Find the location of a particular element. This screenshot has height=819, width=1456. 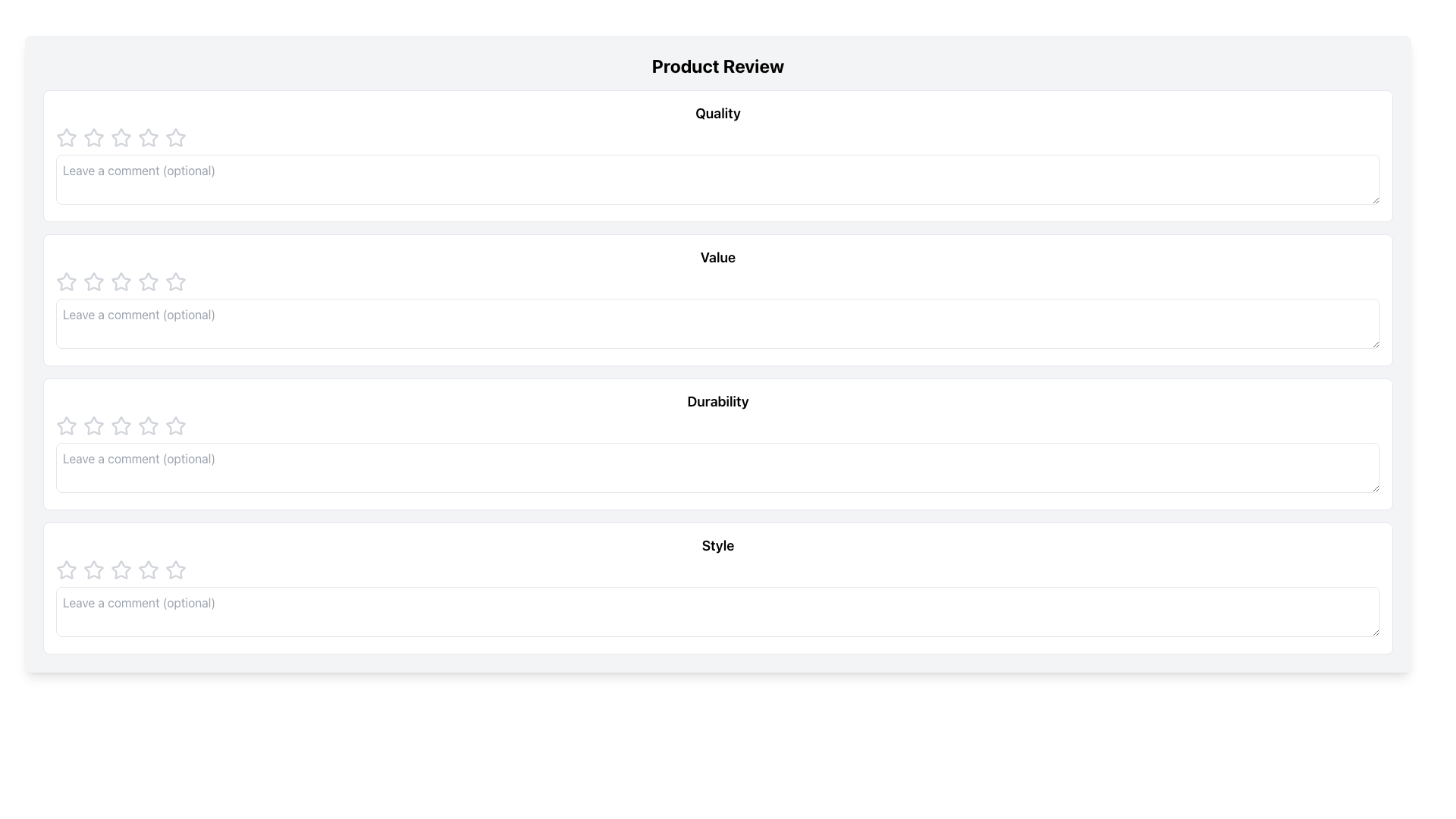

the first star-shaped icon representing an unselected rating component in the 'Style' review section is located at coordinates (65, 570).